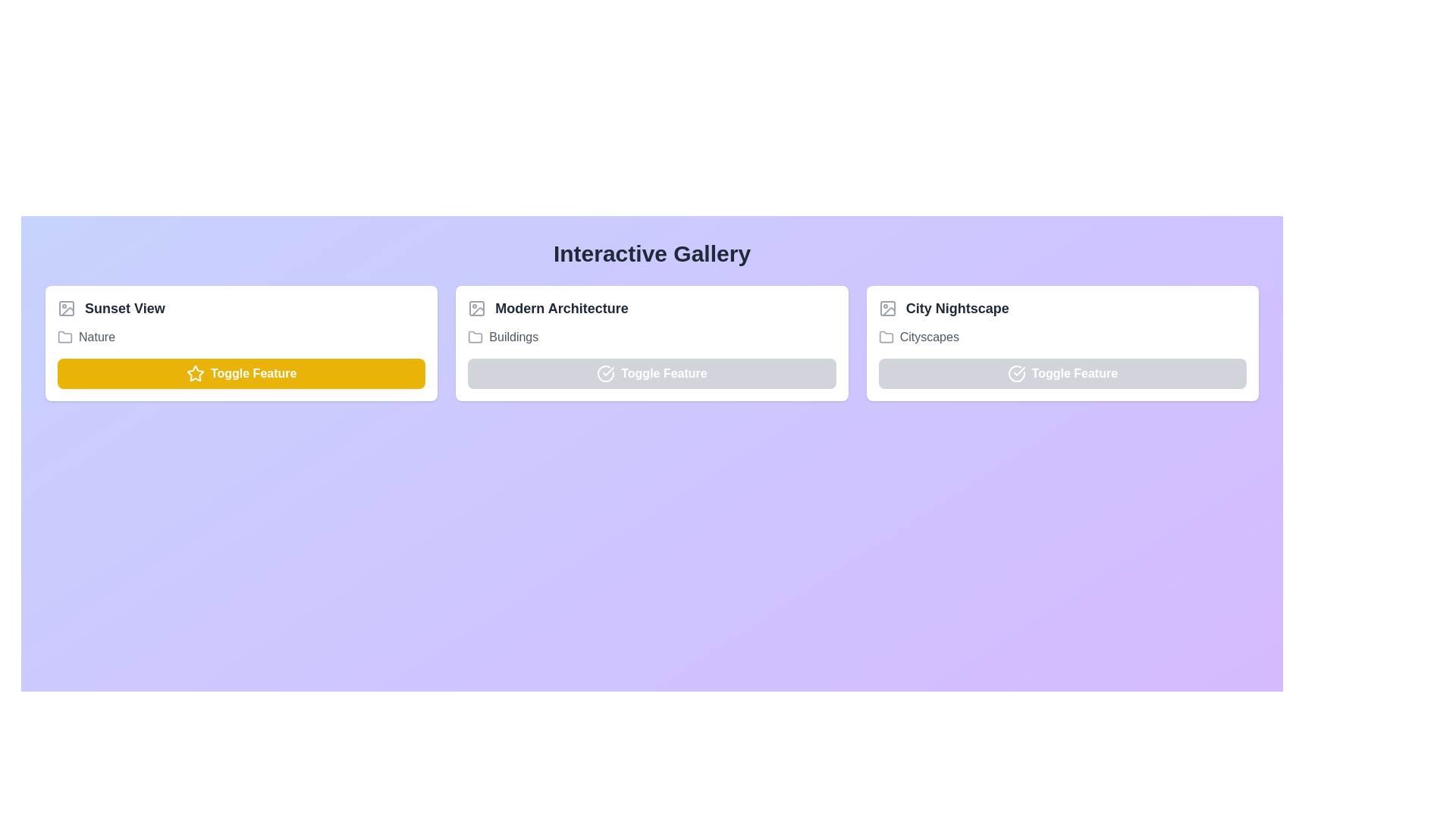  I want to click on the grayscale image icon with a stroke outline located at the top-left corner of the 'Modern Architecture' title, so click(476, 308).